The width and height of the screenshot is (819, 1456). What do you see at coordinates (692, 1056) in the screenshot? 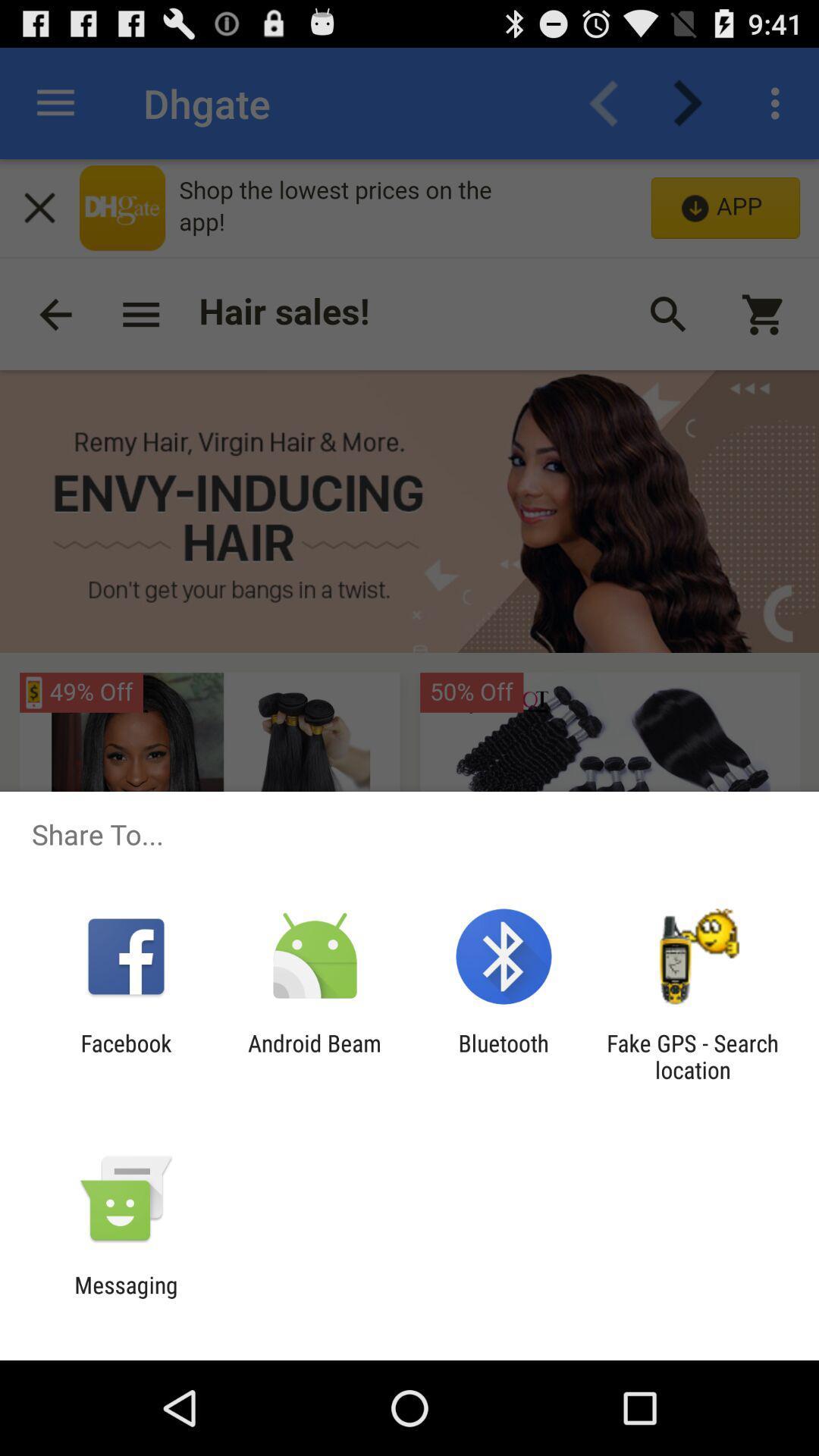
I see `the item to the right of bluetooth app` at bounding box center [692, 1056].